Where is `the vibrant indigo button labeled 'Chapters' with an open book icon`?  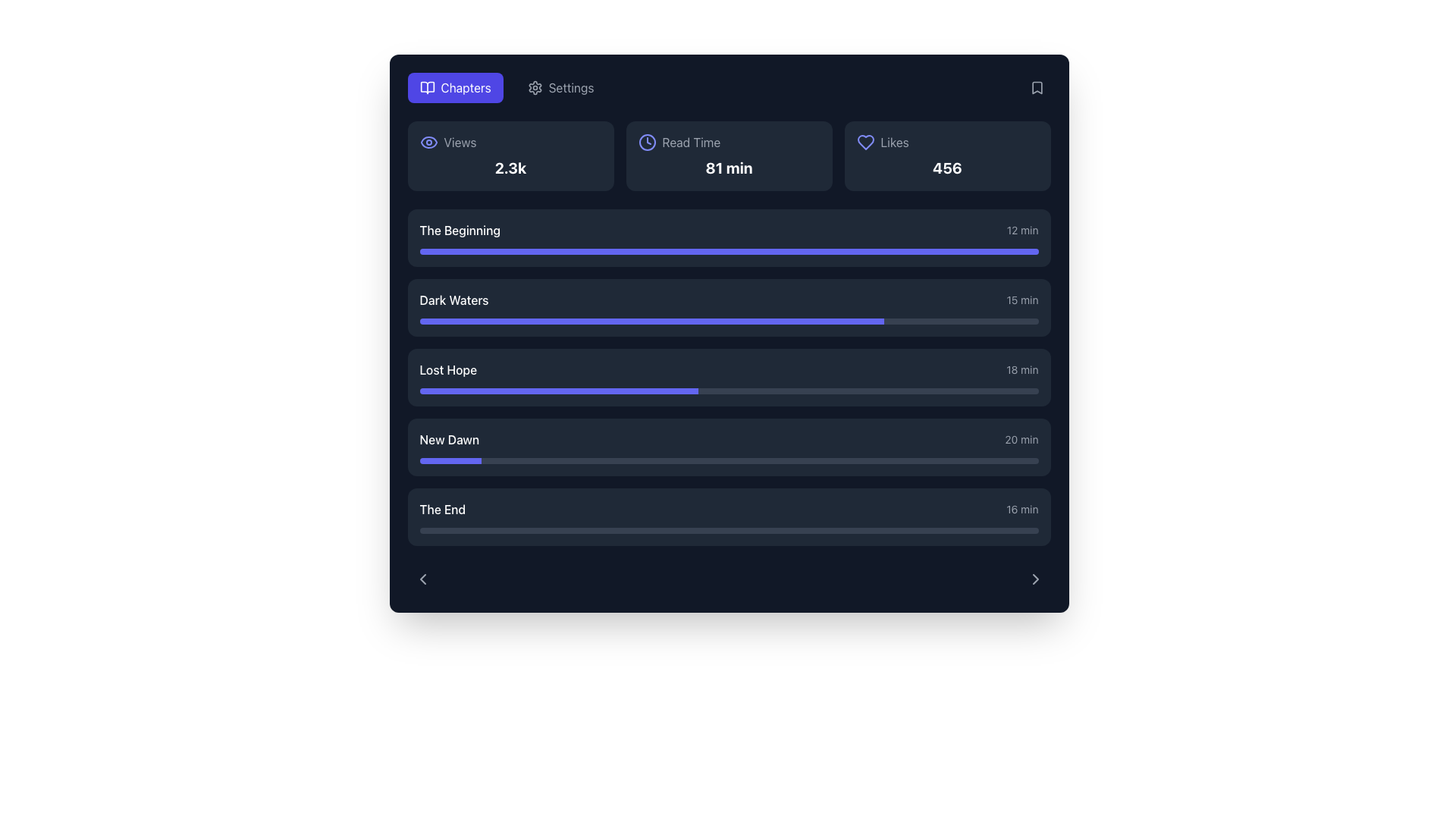
the vibrant indigo button labeled 'Chapters' with an open book icon is located at coordinates (454, 87).